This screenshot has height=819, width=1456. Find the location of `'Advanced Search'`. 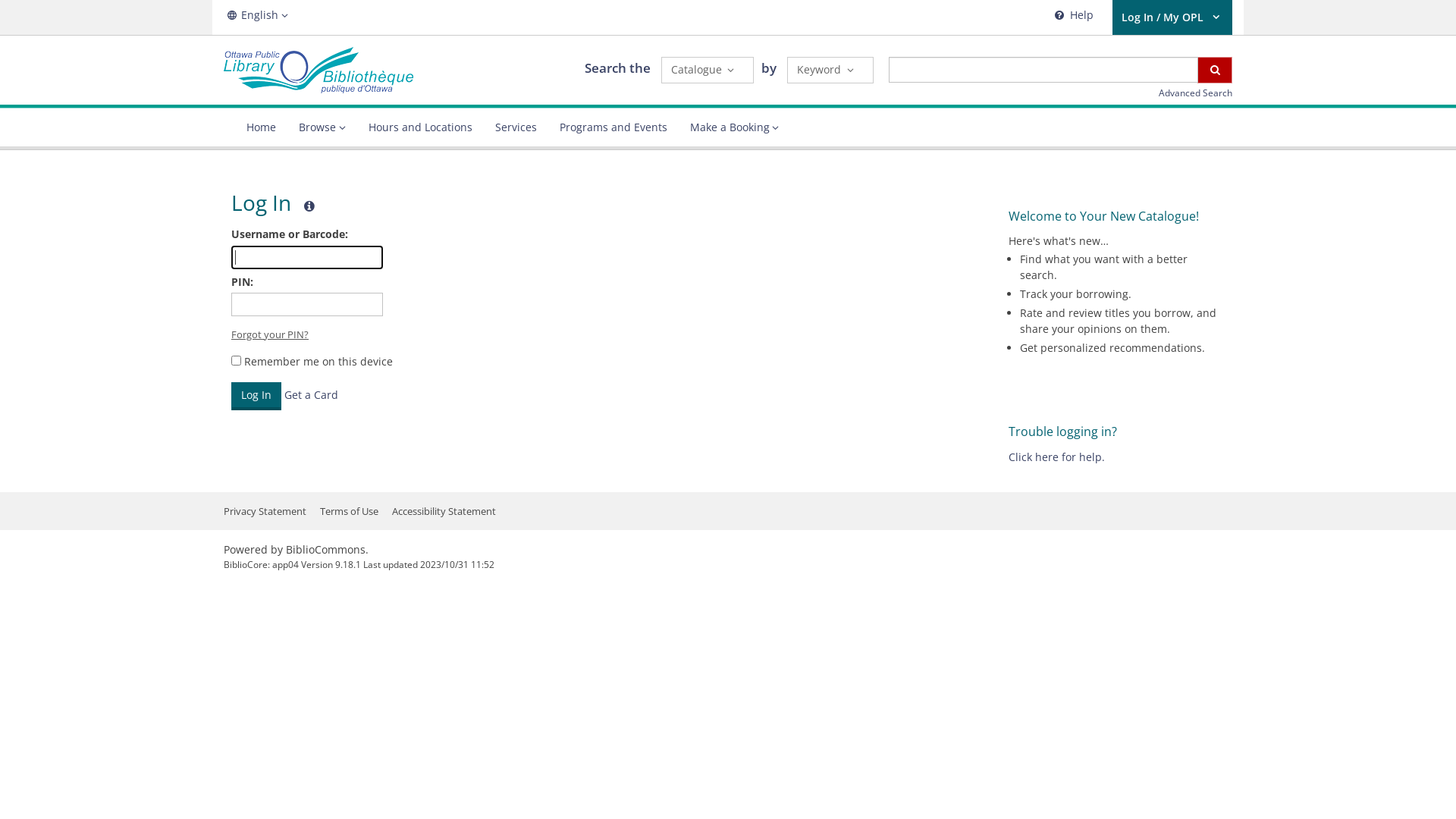

'Advanced Search' is located at coordinates (1157, 93).